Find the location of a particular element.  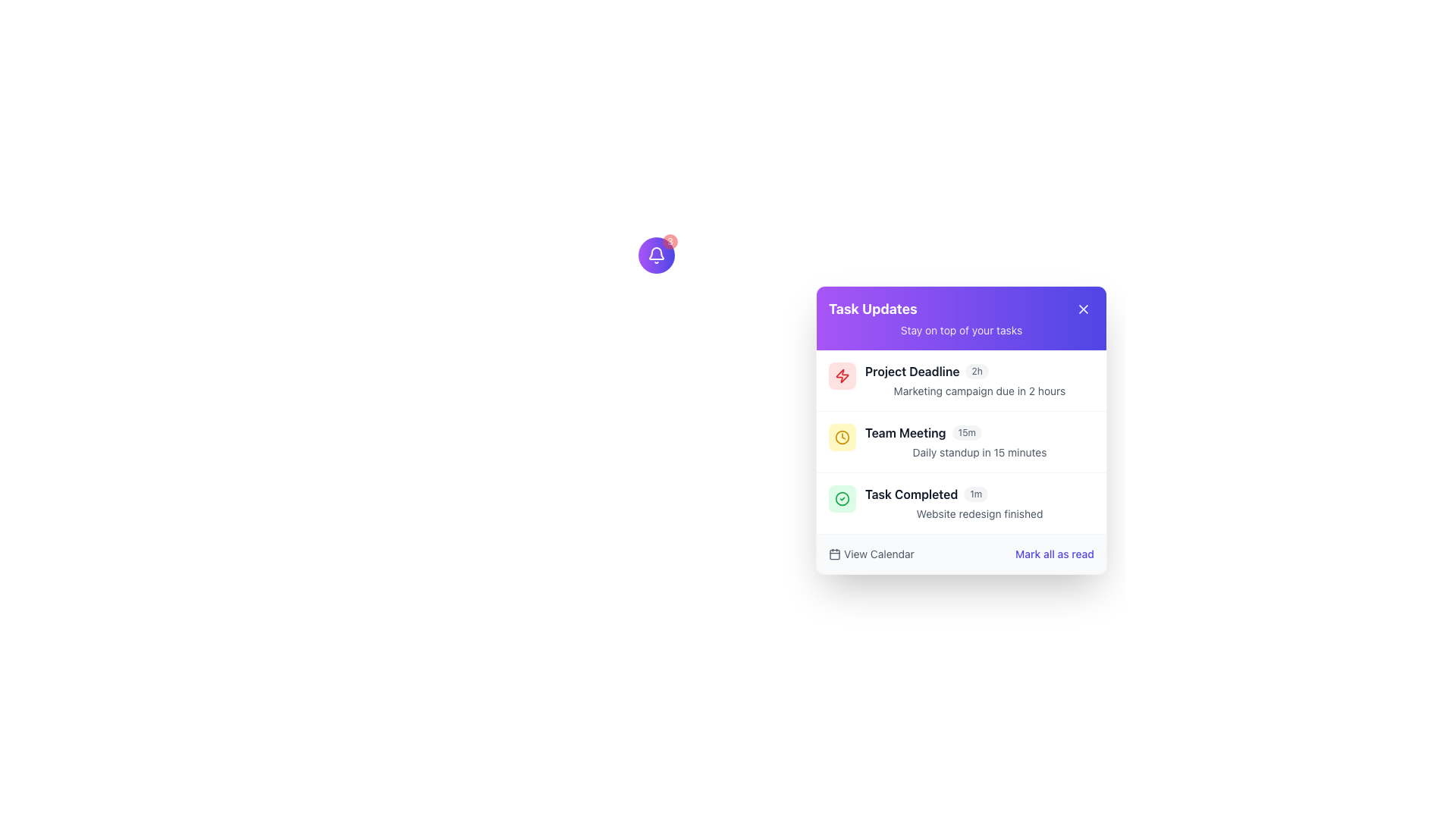

the small gray calendar icon located to the left of the 'View Calendar' text in the 'Task Updates' panel is located at coordinates (833, 554).